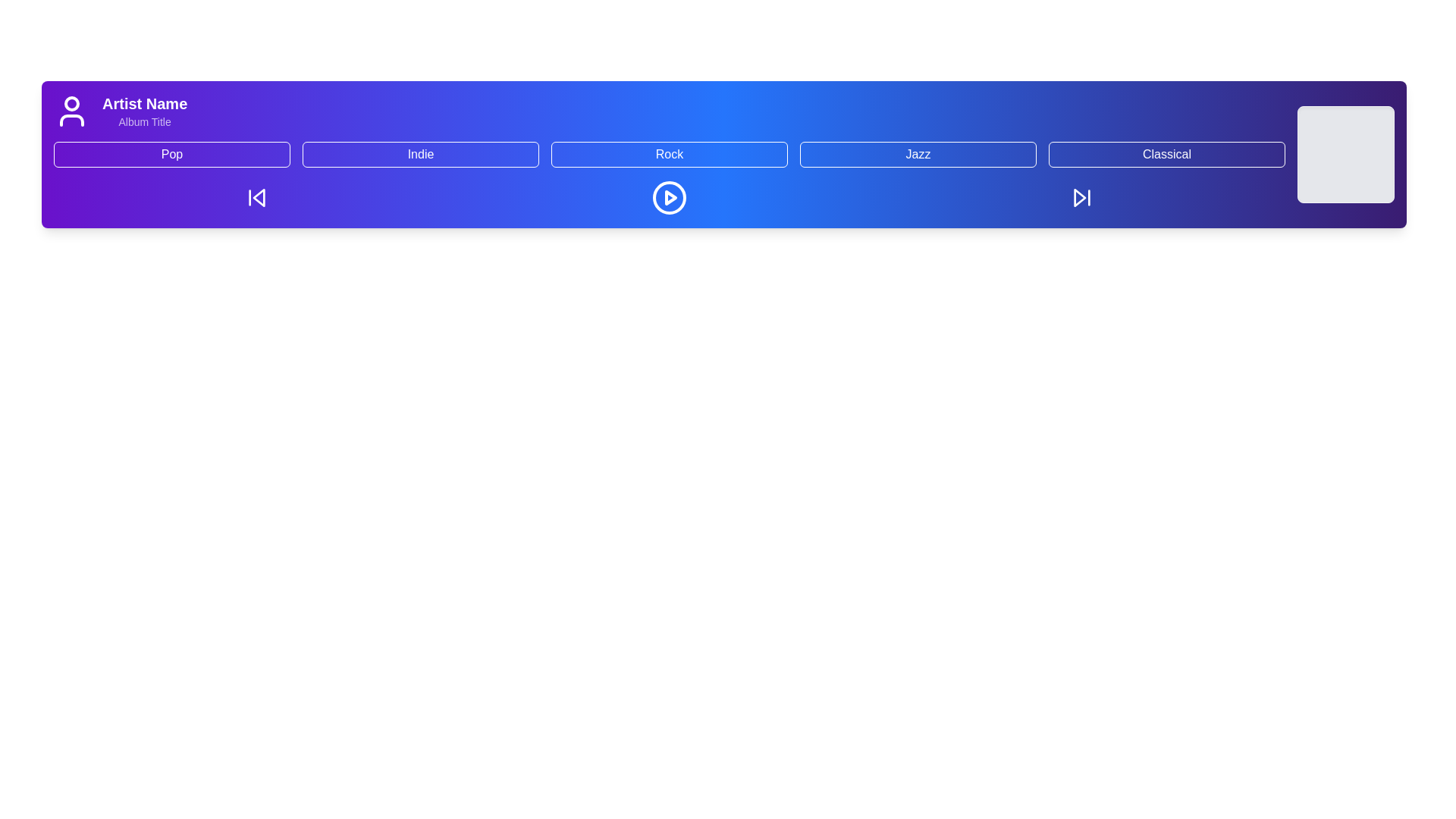 The width and height of the screenshot is (1456, 819). Describe the element at coordinates (669, 197) in the screenshot. I see `the circular graphic component that serves as a decorative play button in the media control interface, positioned between the 'Rock' and 'Jazz' buttons` at that location.